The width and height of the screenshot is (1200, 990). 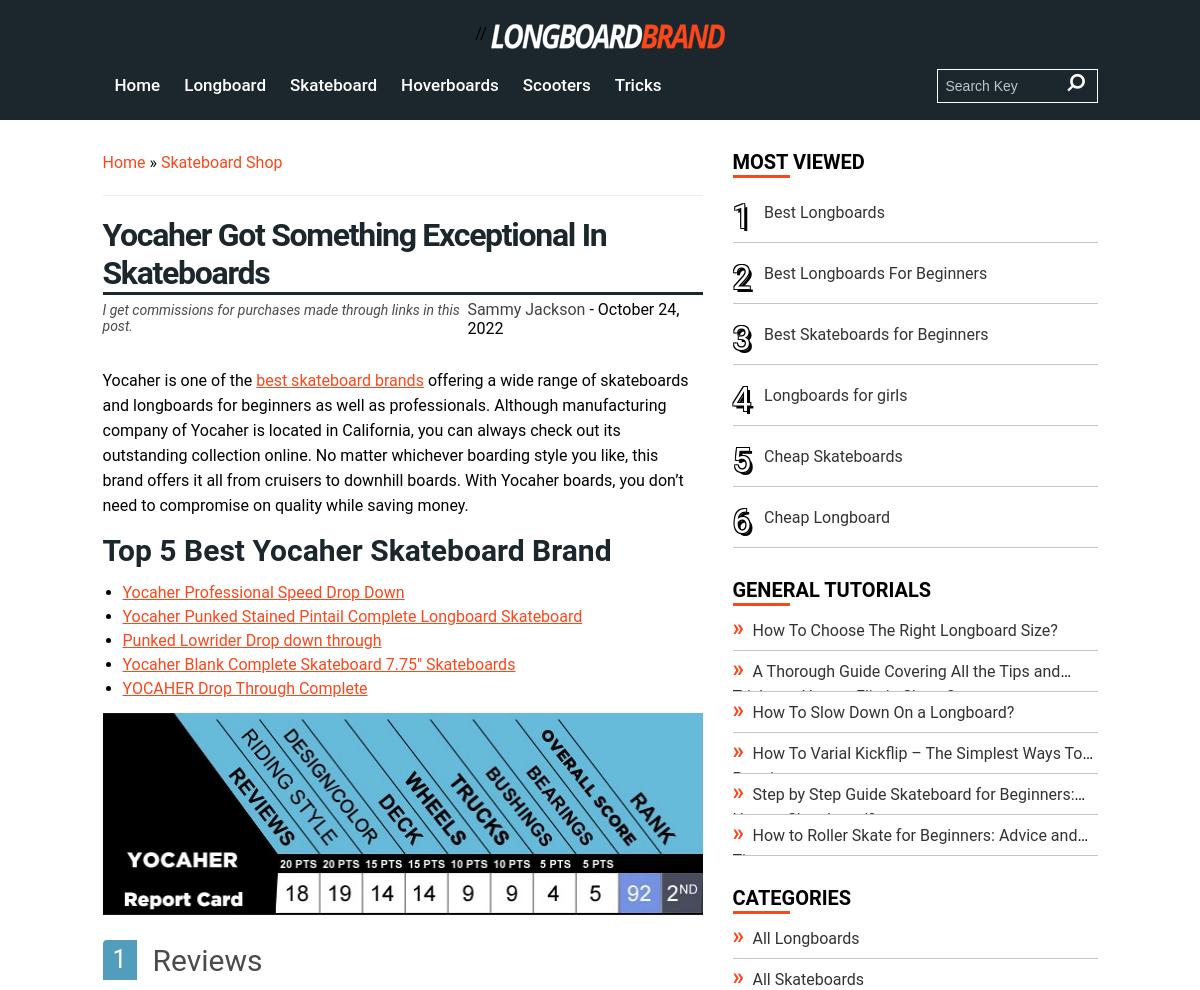 I want to click on 'Best Skateboards for Beginners', so click(x=763, y=333).